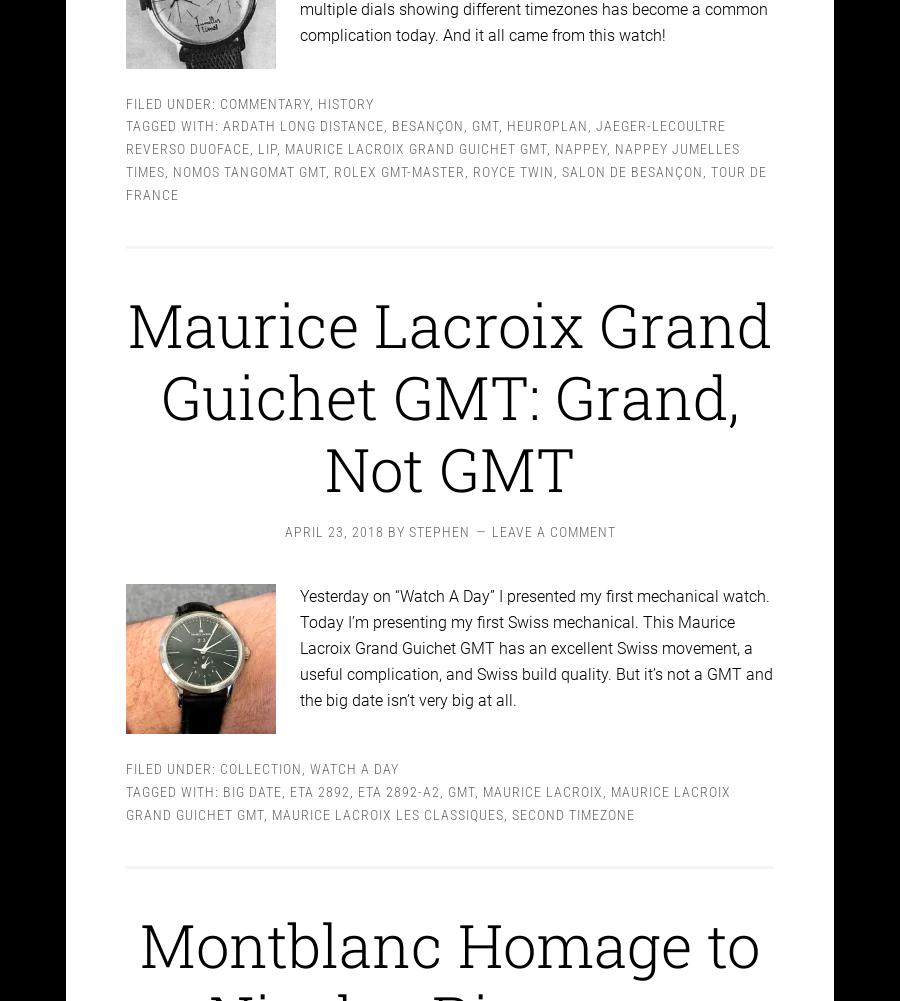 The width and height of the screenshot is (900, 1001). What do you see at coordinates (446, 165) in the screenshot?
I see `'Tour de France'` at bounding box center [446, 165].